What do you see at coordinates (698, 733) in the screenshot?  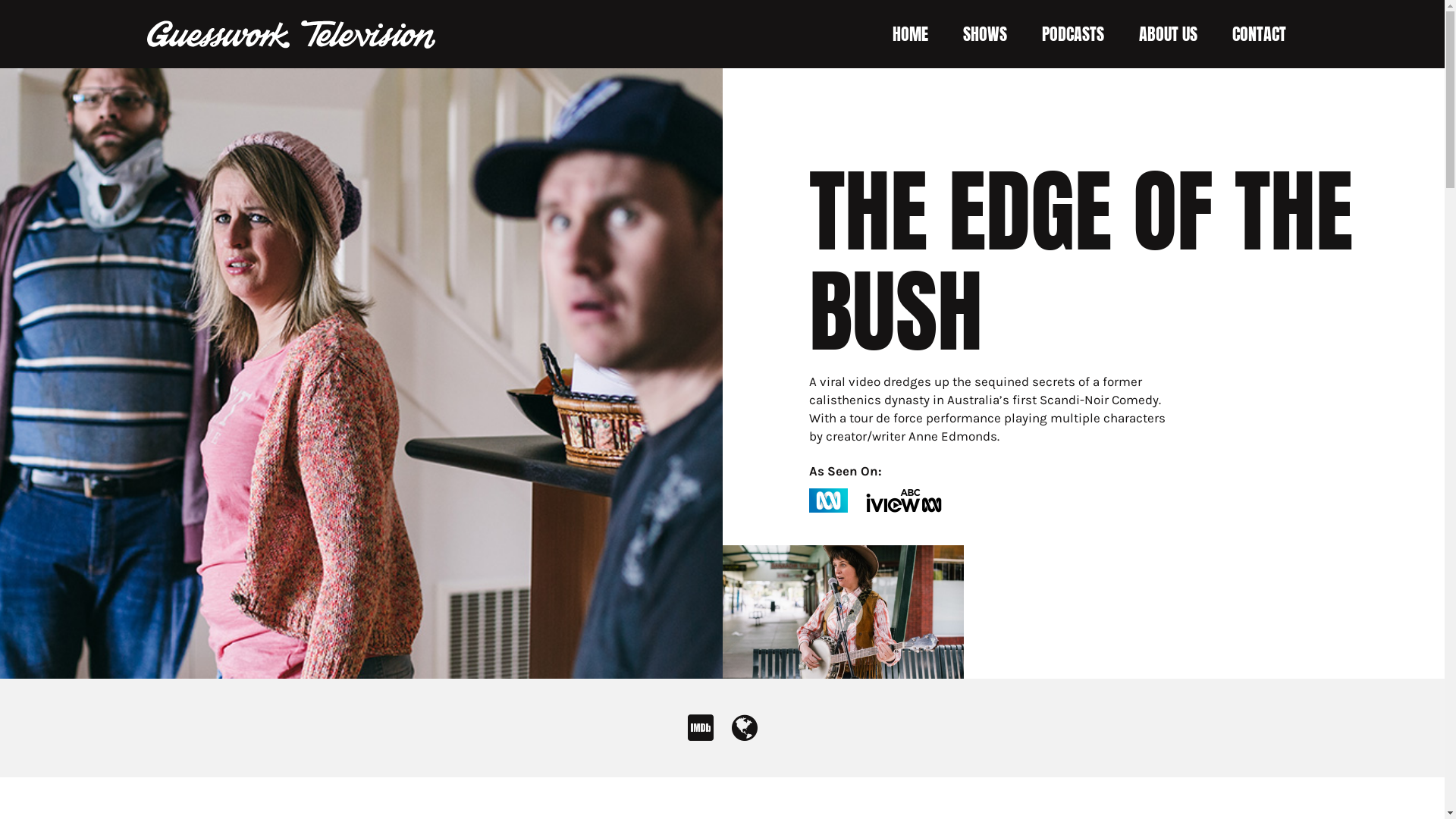 I see `'IMDb'` at bounding box center [698, 733].